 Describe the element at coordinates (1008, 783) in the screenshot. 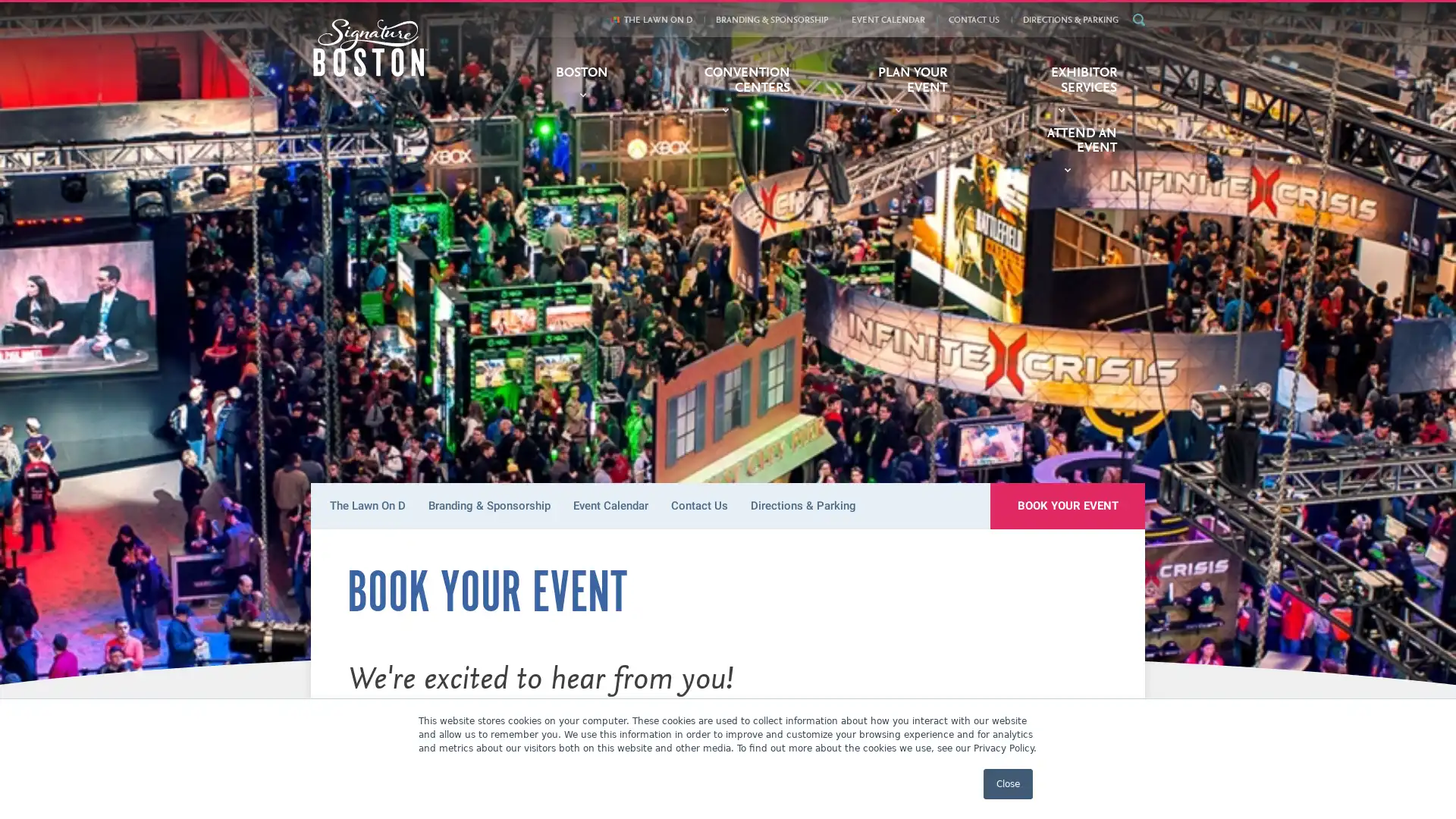

I see `Close` at that location.